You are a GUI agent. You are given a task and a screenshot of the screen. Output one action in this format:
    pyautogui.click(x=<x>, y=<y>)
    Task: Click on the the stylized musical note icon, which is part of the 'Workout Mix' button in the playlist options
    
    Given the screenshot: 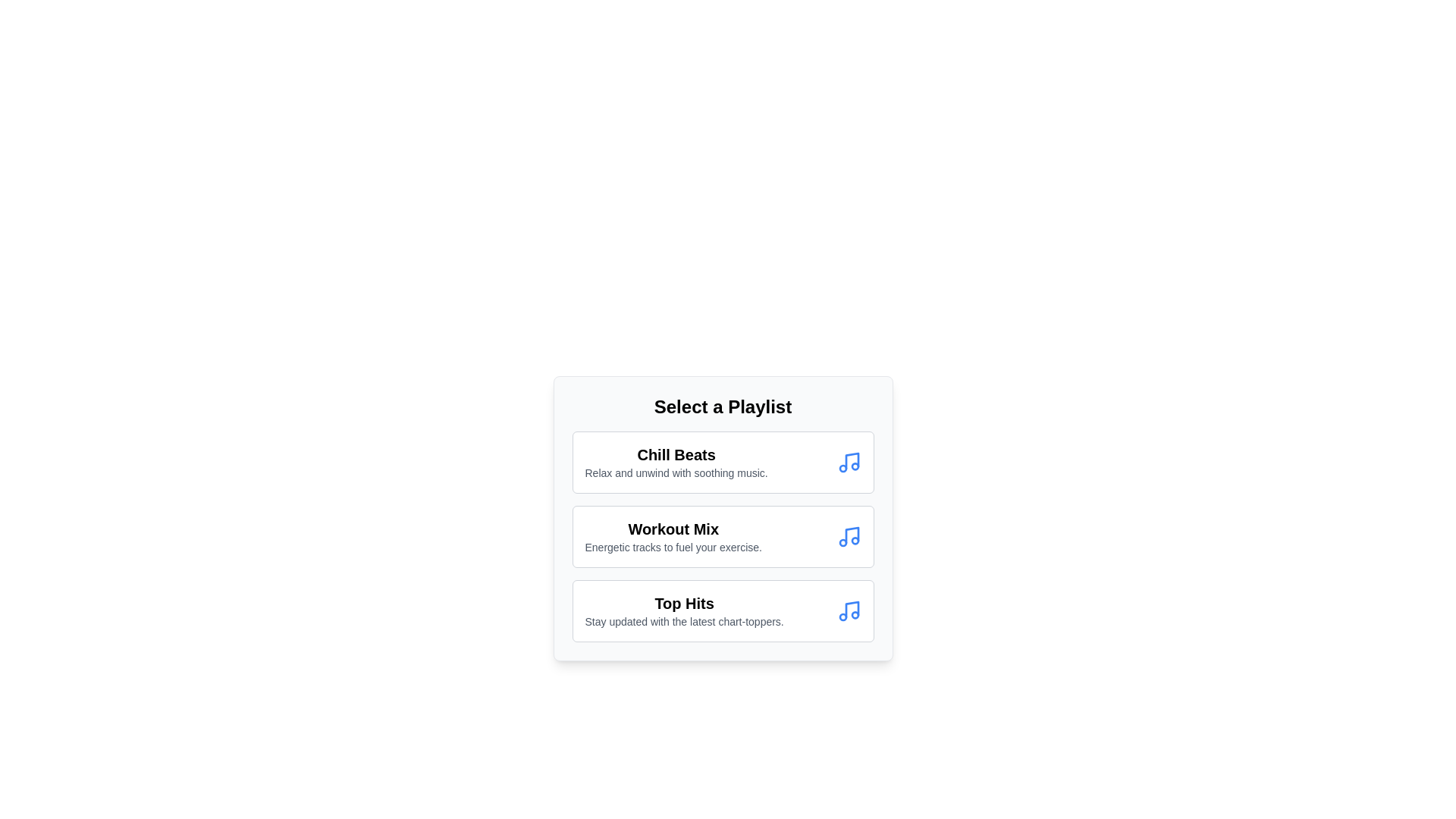 What is the action you would take?
    pyautogui.click(x=852, y=534)
    